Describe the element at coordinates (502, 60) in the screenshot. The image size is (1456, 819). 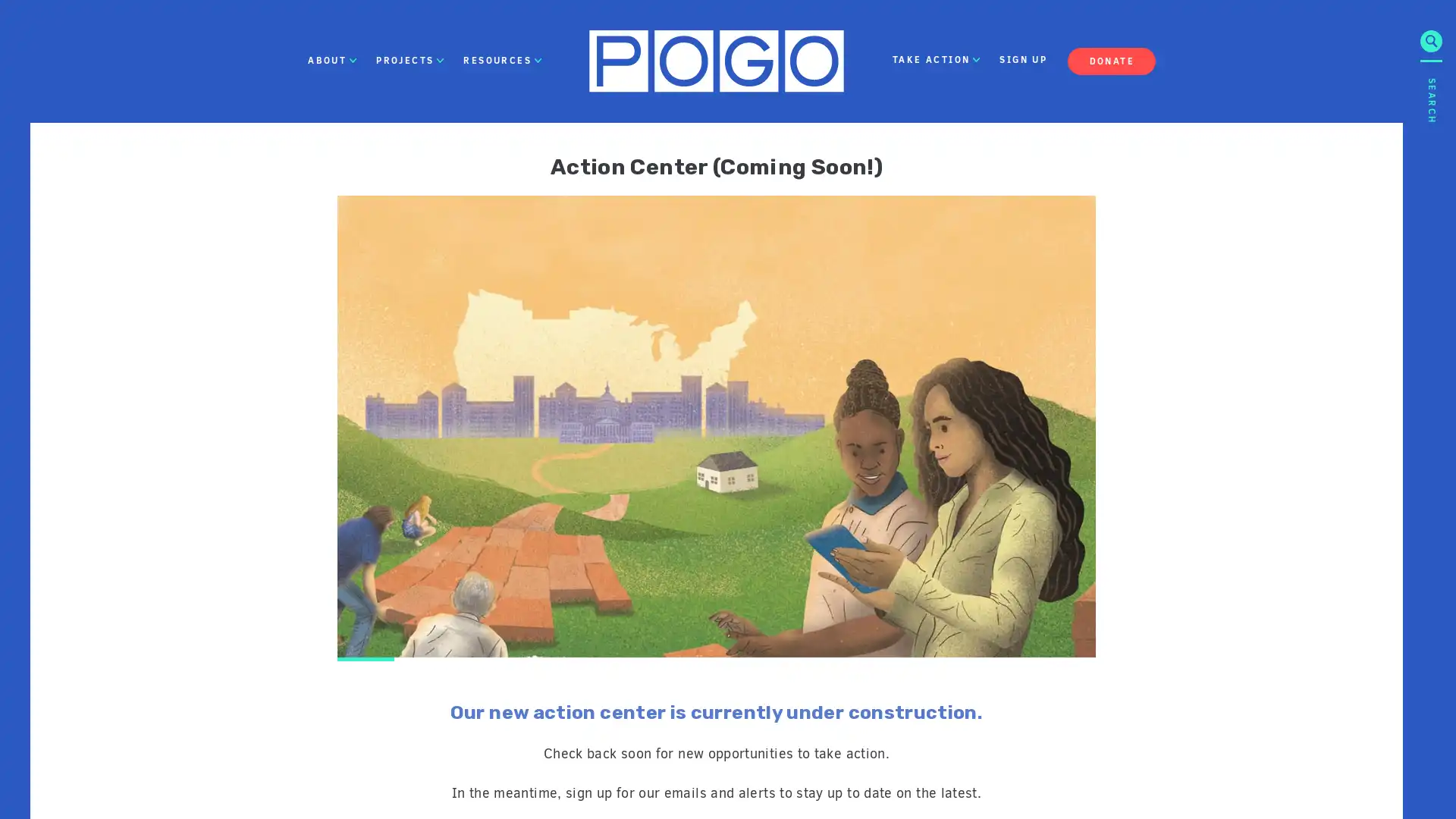
I see `RESOURCES` at that location.